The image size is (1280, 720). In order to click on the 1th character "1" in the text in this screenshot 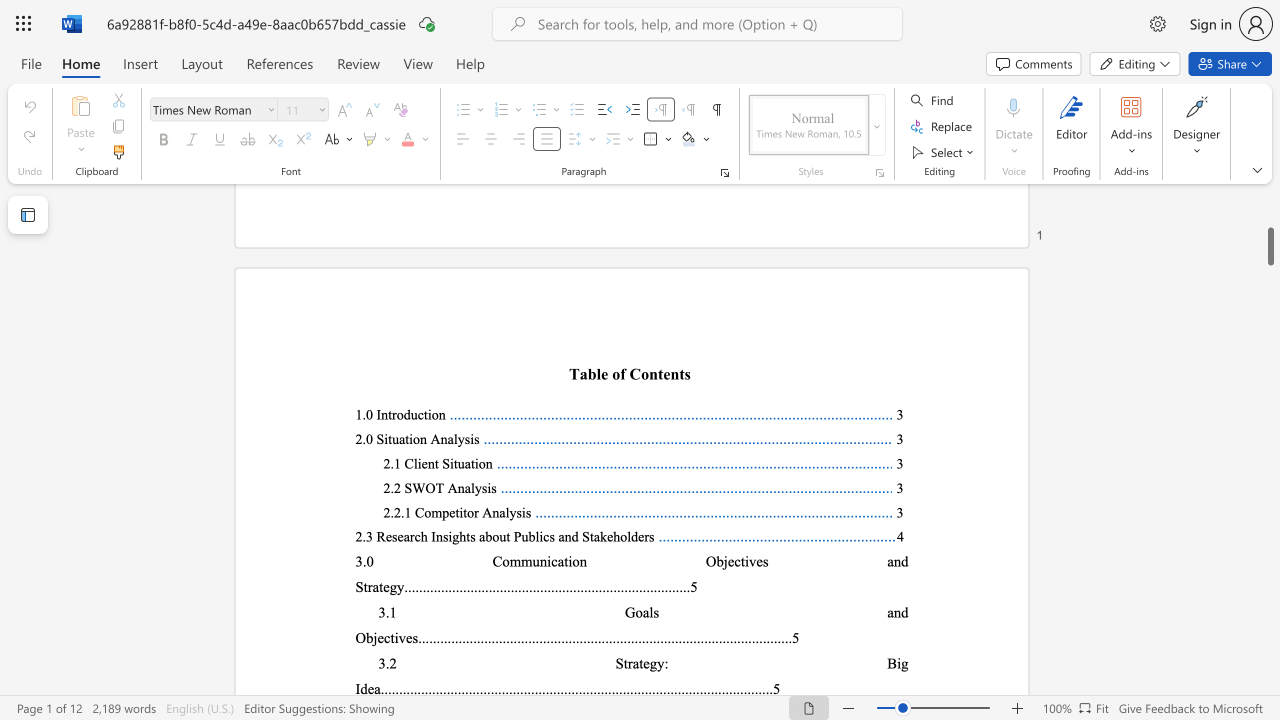, I will do `click(393, 611)`.